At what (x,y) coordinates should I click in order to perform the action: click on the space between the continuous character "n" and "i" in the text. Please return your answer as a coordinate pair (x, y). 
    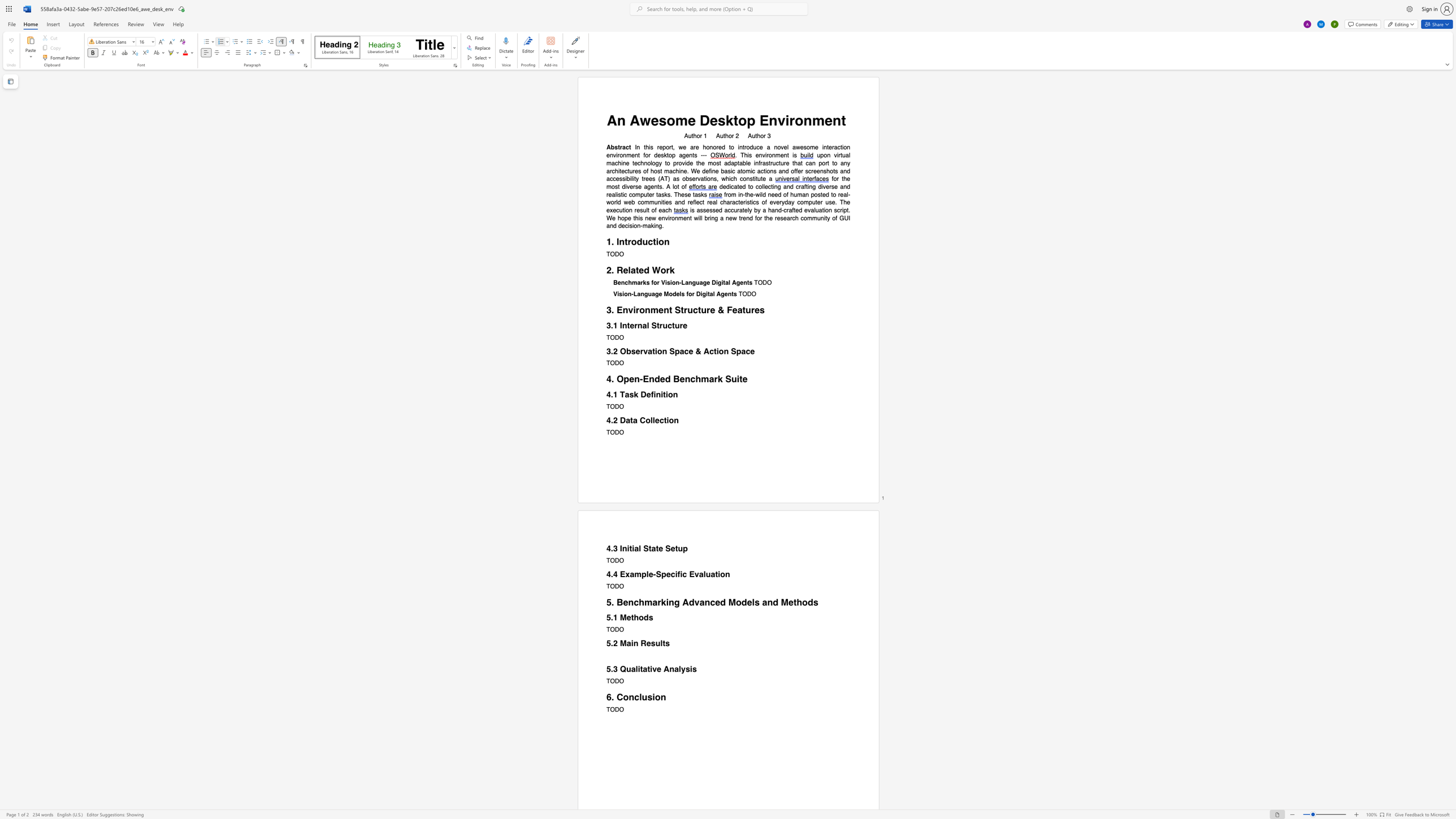
    Looking at the image, I should click on (626, 548).